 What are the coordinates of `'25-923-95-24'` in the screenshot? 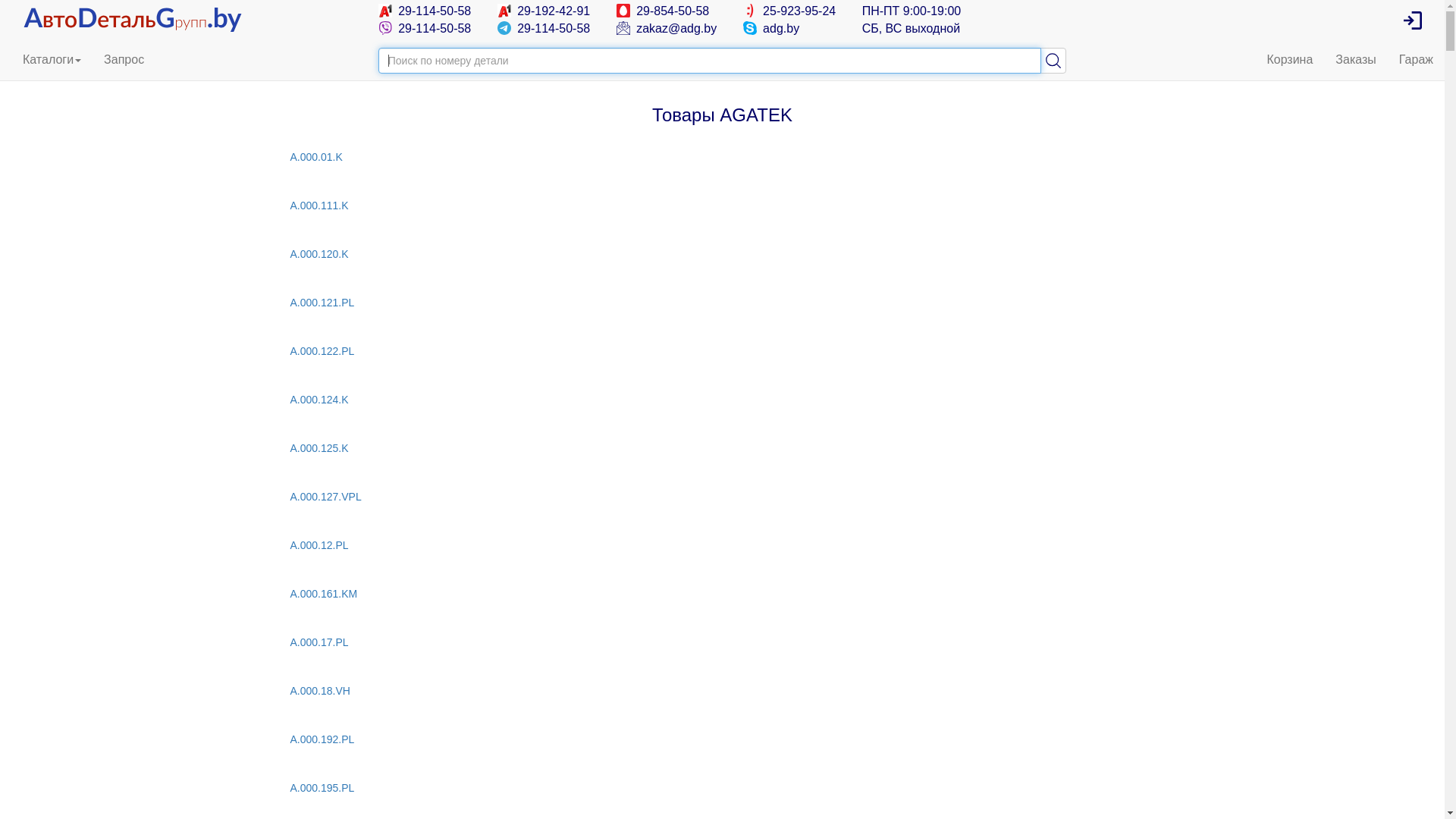 It's located at (742, 11).